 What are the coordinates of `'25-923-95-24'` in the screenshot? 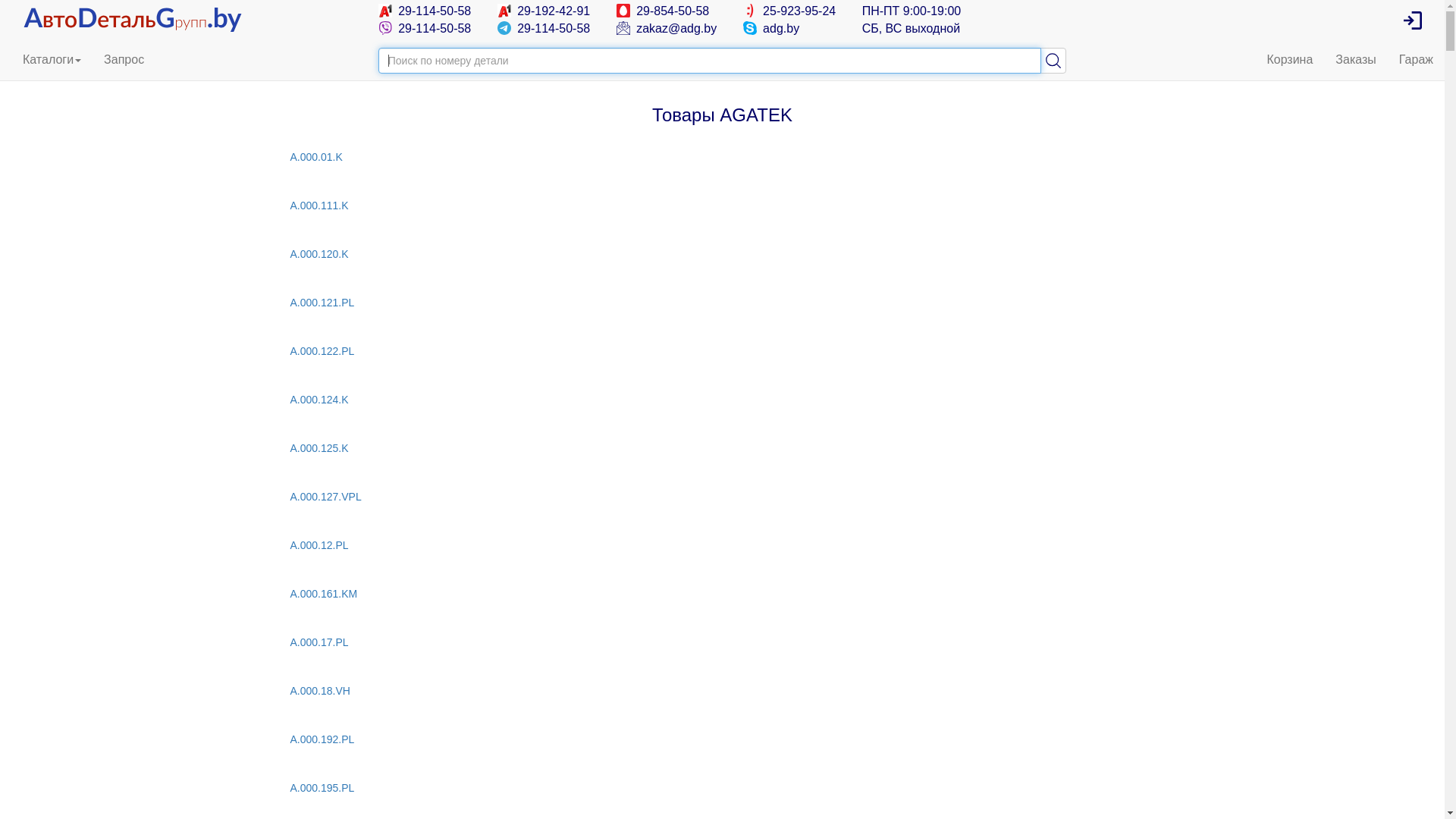 It's located at (742, 11).